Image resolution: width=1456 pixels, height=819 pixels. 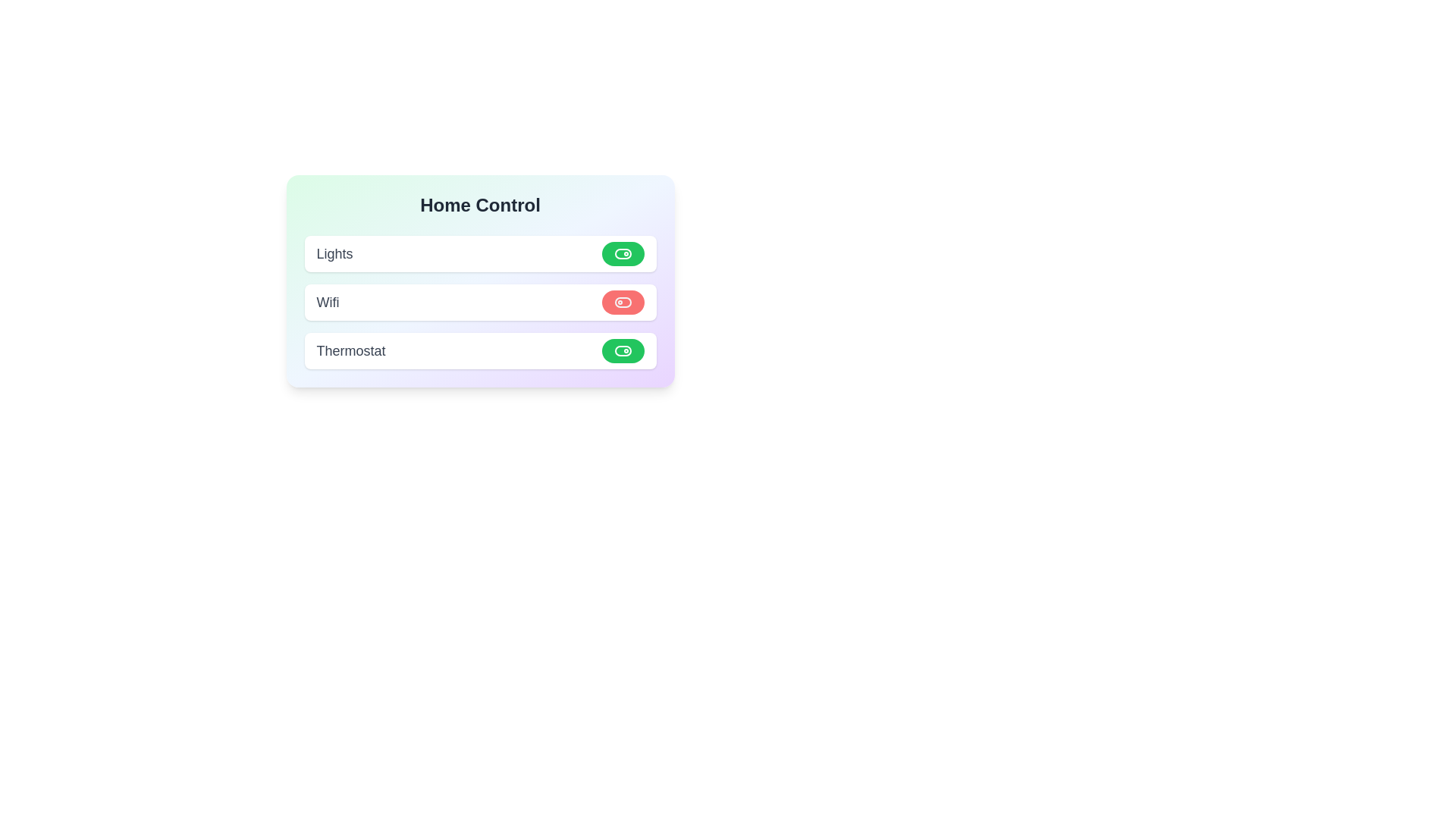 What do you see at coordinates (623, 350) in the screenshot?
I see `the SVG Icon within the Toggle Switch next to the label 'Thermostat' to switch its state` at bounding box center [623, 350].